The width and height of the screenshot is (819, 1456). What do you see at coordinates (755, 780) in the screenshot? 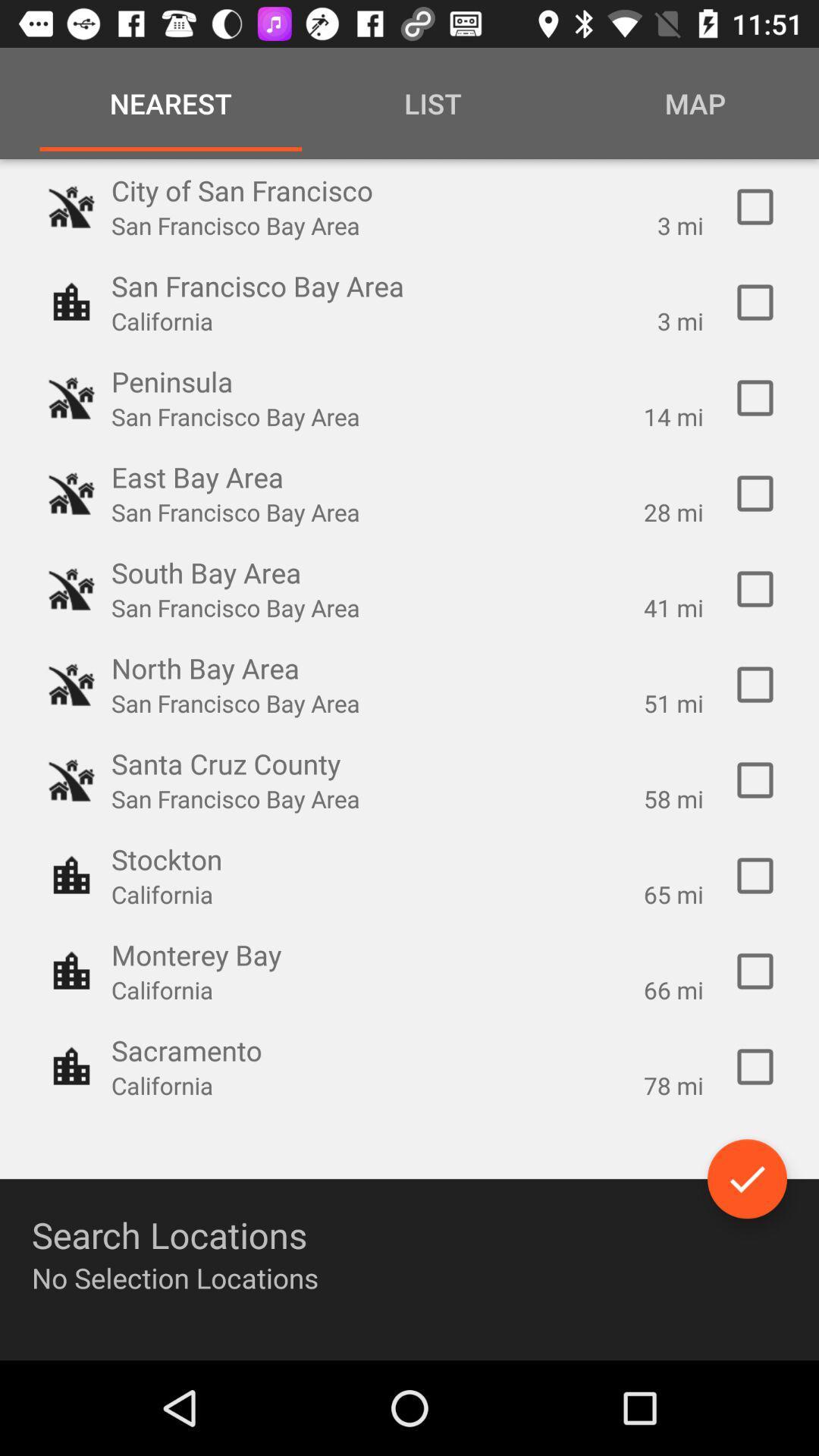
I see `the option` at bounding box center [755, 780].